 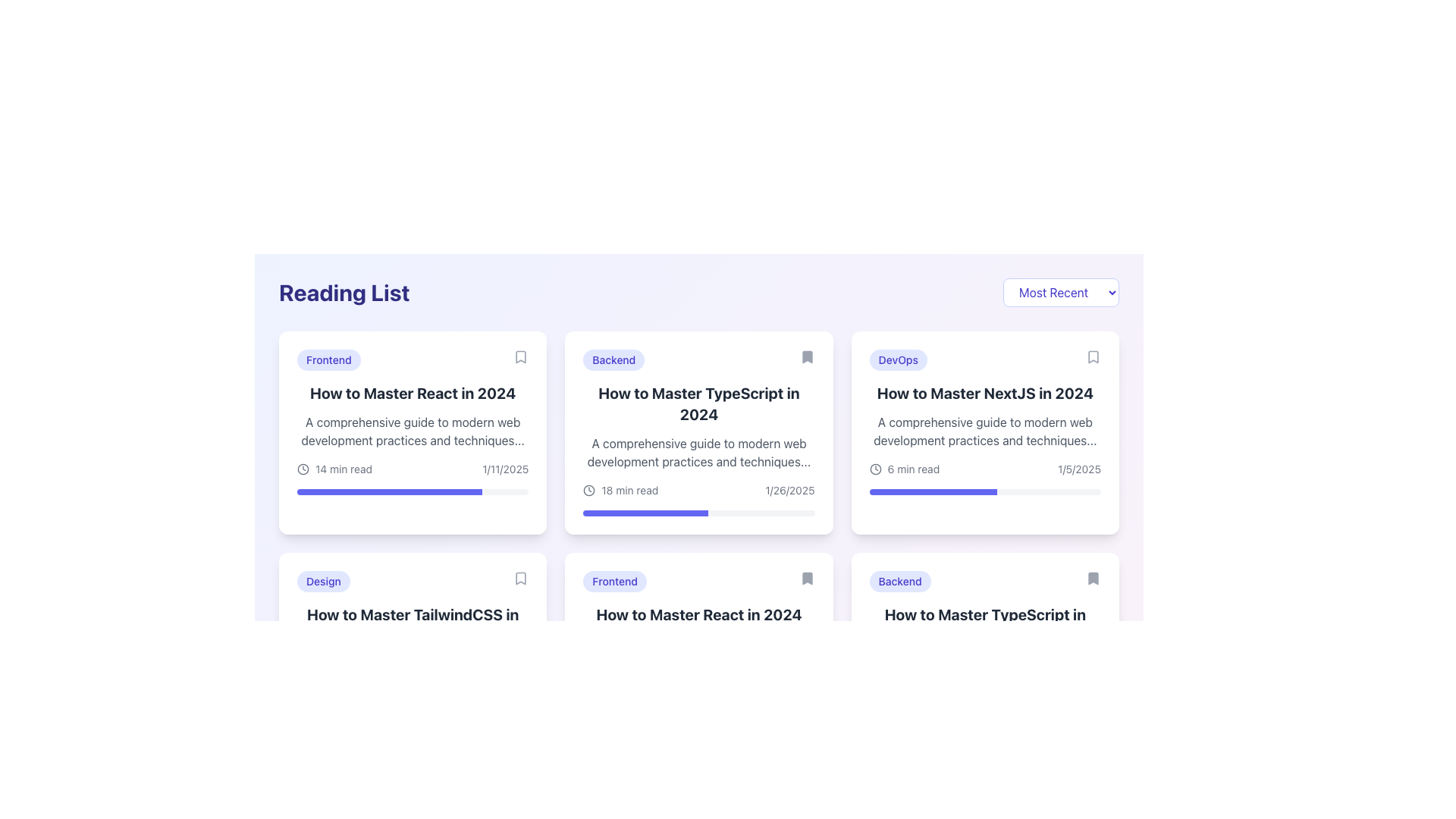 I want to click on the progress indicator located below the card titled 'How to Master React in 2024', which is positioned in the second row, first column of the layout, so click(x=684, y=714).